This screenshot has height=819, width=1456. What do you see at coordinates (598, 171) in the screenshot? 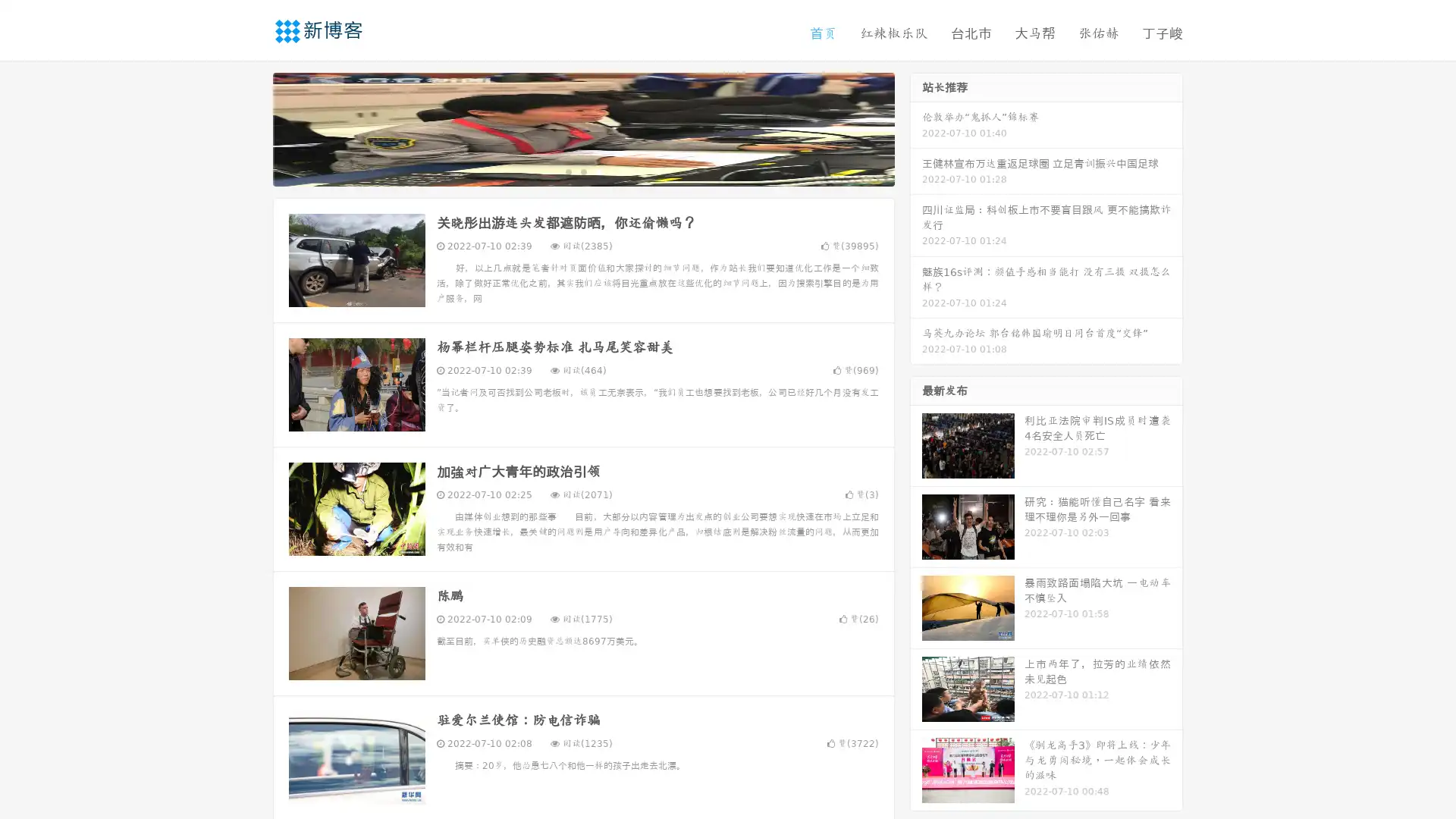
I see `Go to slide 3` at bounding box center [598, 171].